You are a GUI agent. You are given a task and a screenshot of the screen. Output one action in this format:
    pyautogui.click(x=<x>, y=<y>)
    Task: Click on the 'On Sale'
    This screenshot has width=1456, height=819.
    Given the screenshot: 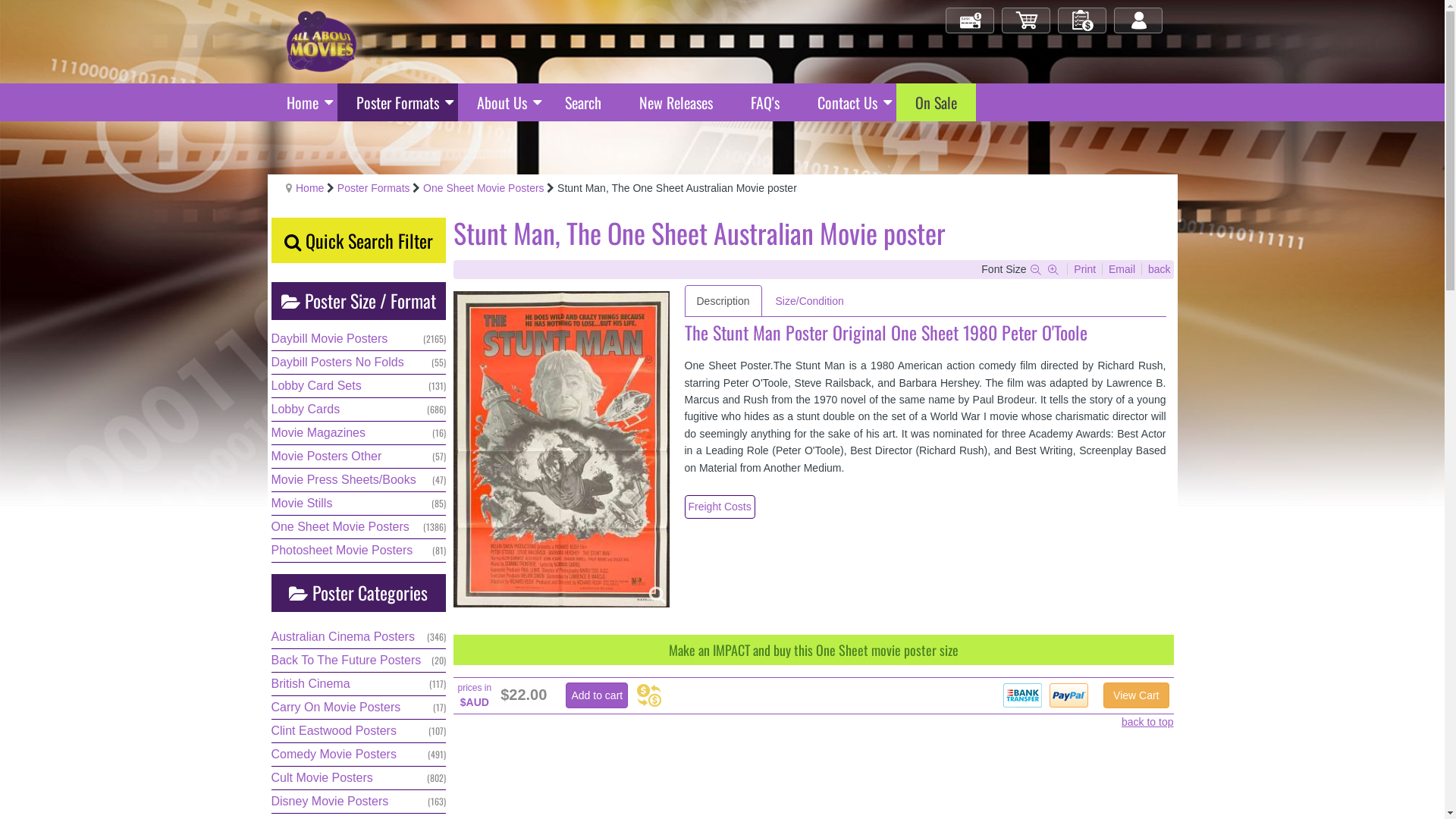 What is the action you would take?
    pyautogui.click(x=935, y=102)
    